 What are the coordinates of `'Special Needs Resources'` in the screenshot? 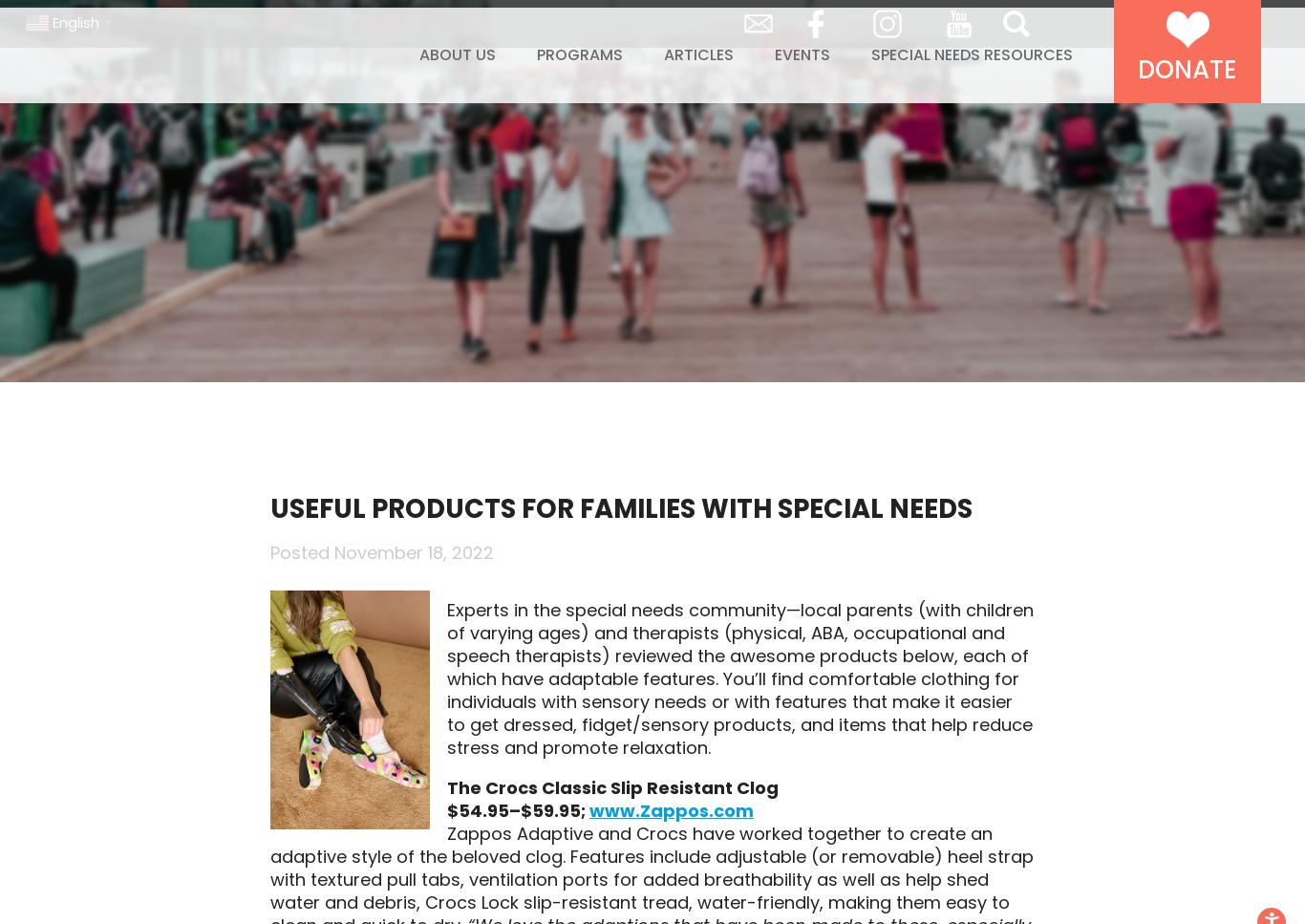 It's located at (972, 95).